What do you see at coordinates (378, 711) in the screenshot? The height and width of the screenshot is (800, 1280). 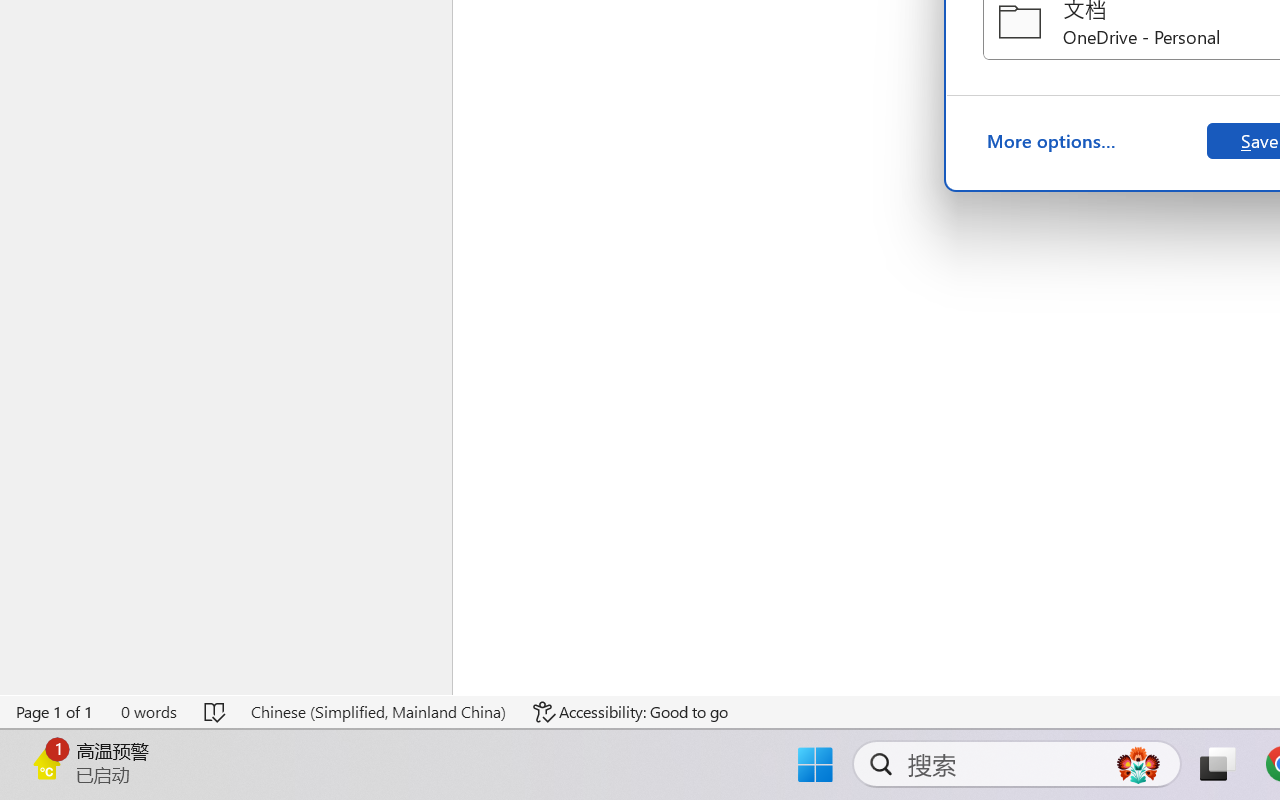 I see `'Language Chinese (Simplified, Mainland China)'` at bounding box center [378, 711].